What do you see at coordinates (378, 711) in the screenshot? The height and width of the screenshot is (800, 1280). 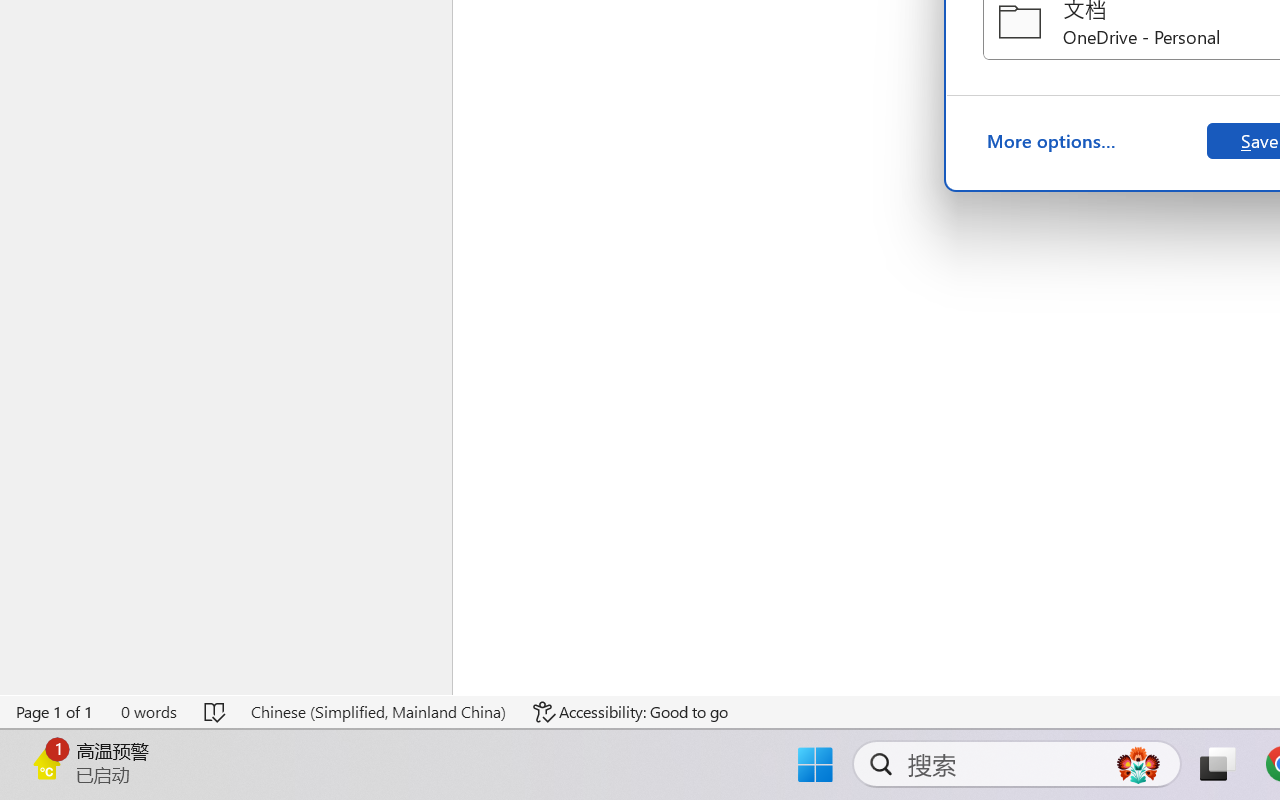 I see `'Language Chinese (Simplified, Mainland China)'` at bounding box center [378, 711].